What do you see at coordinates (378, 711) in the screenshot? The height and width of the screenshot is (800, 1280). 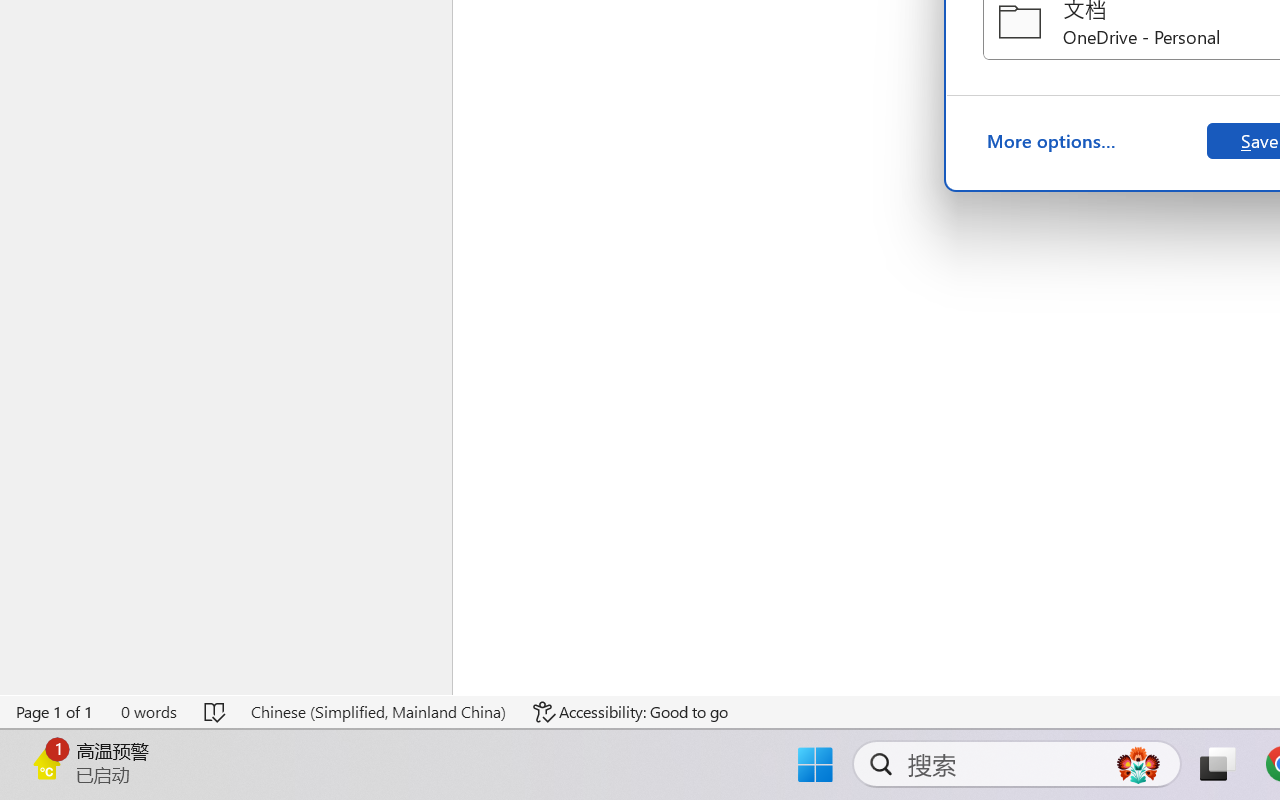 I see `'Language Chinese (Simplified, Mainland China)'` at bounding box center [378, 711].